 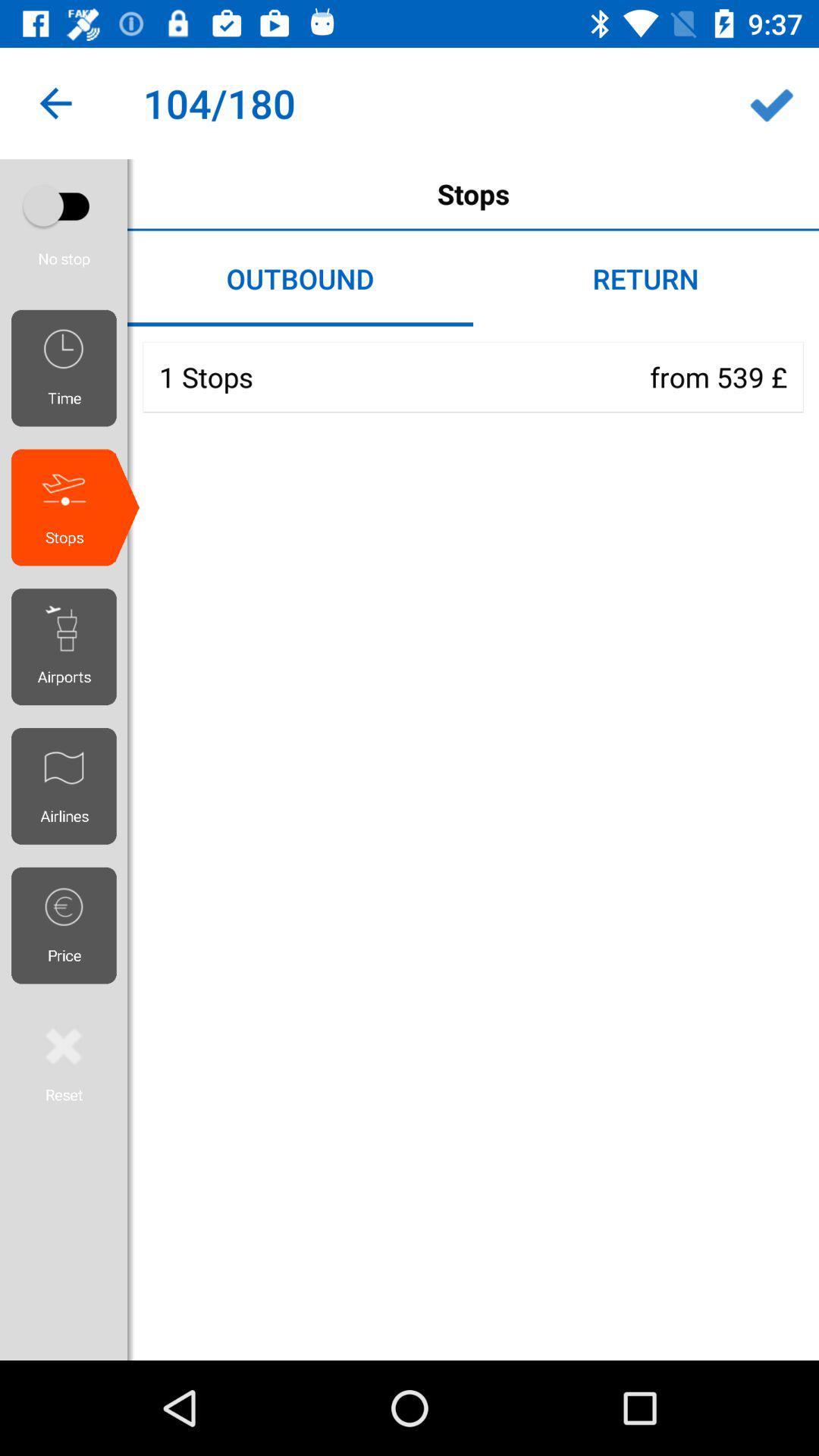 What do you see at coordinates (63, 205) in the screenshot?
I see `show only non-stop flights` at bounding box center [63, 205].